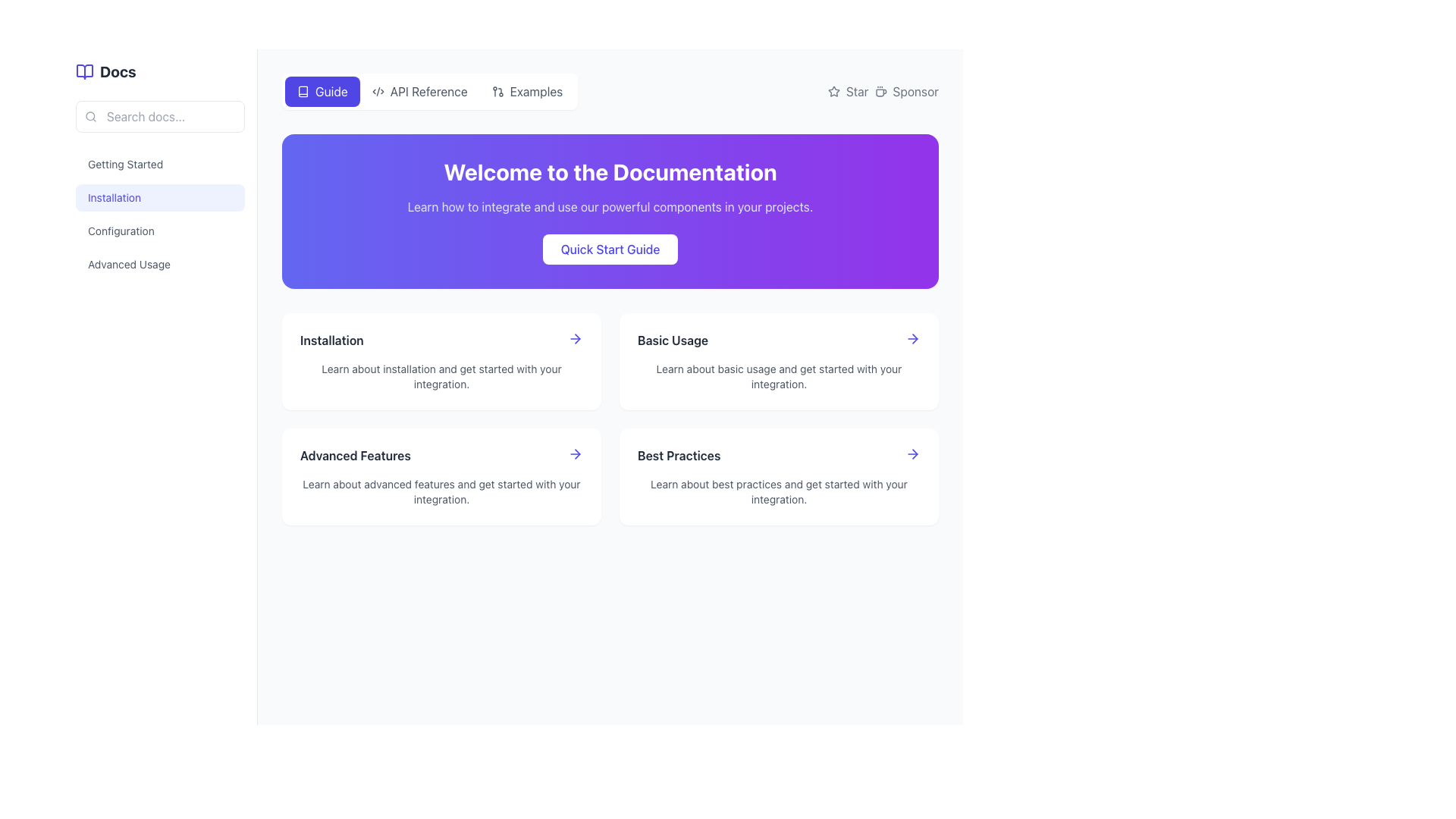  I want to click on the 'API Reference' button, which is a rounded rectangle button with a code-related icon, located in the horizontal navigation bar at the top center of the interface, so click(419, 91).